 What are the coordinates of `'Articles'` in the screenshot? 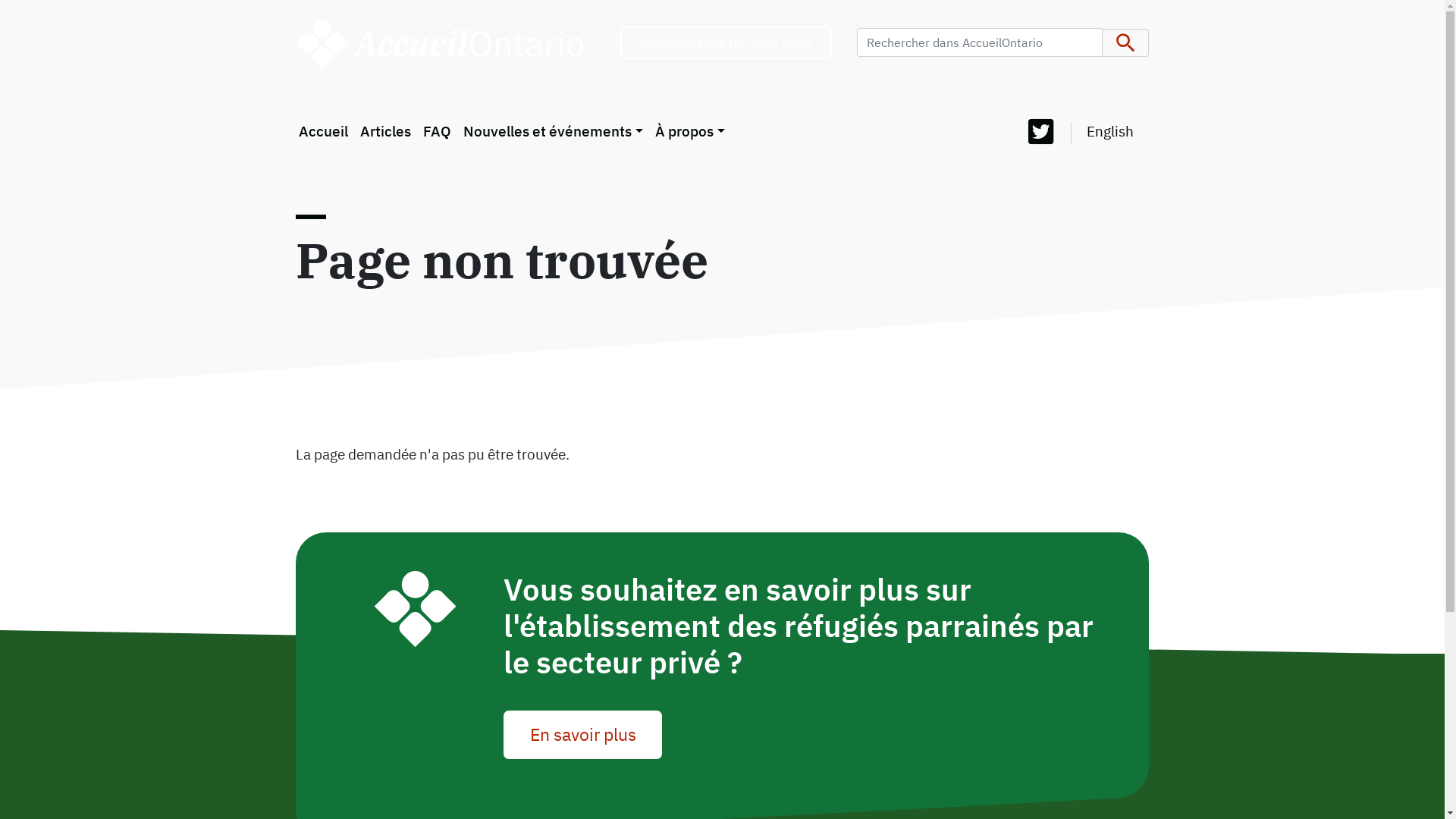 It's located at (385, 130).